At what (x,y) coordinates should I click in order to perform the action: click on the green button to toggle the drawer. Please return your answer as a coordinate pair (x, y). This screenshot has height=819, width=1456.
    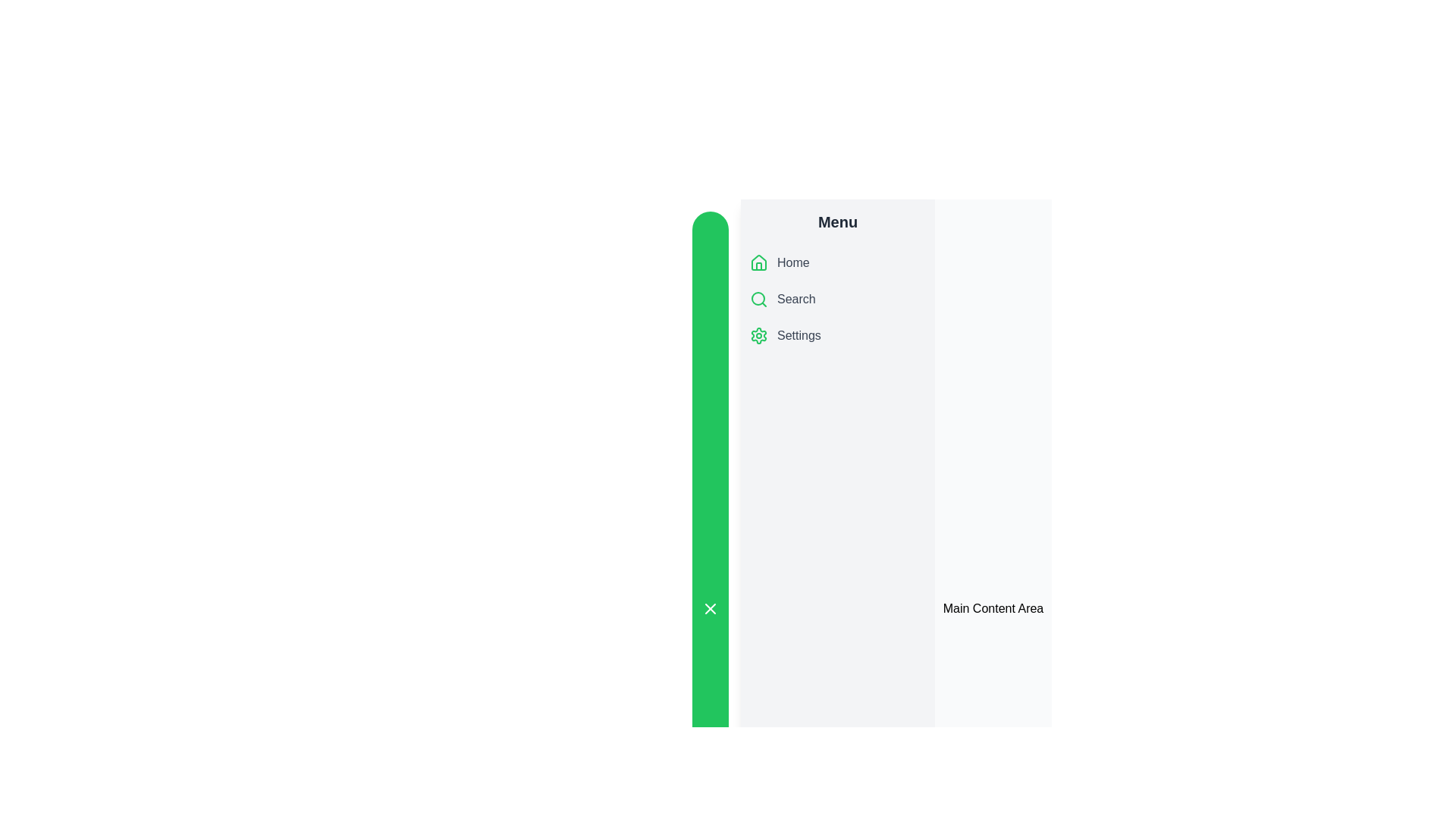
    Looking at the image, I should click on (709, 607).